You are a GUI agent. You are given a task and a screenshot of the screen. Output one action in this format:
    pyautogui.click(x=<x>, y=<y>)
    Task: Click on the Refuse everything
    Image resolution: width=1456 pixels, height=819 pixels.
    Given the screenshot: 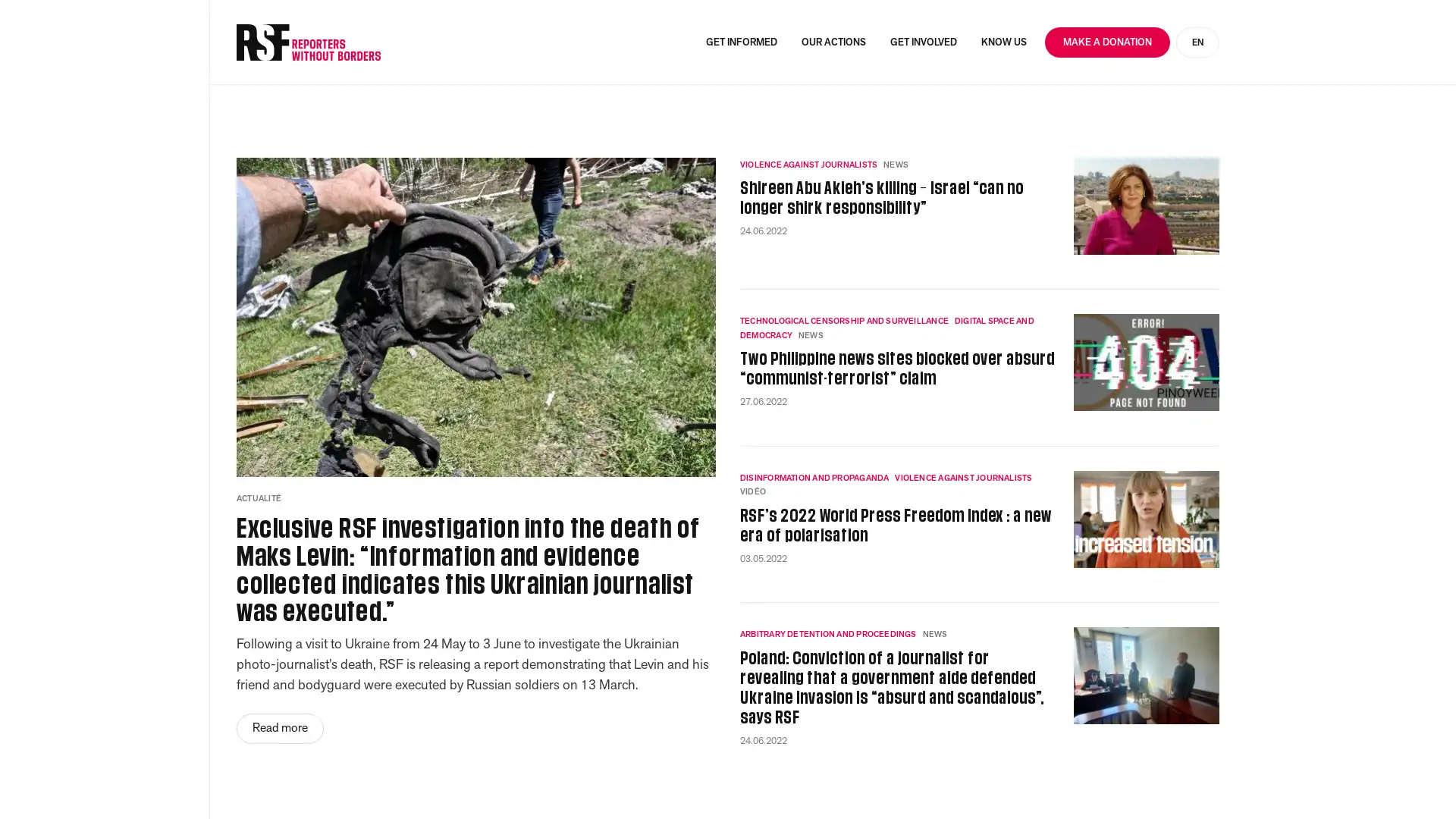 What is the action you would take?
    pyautogui.click(x=1082, y=780)
    